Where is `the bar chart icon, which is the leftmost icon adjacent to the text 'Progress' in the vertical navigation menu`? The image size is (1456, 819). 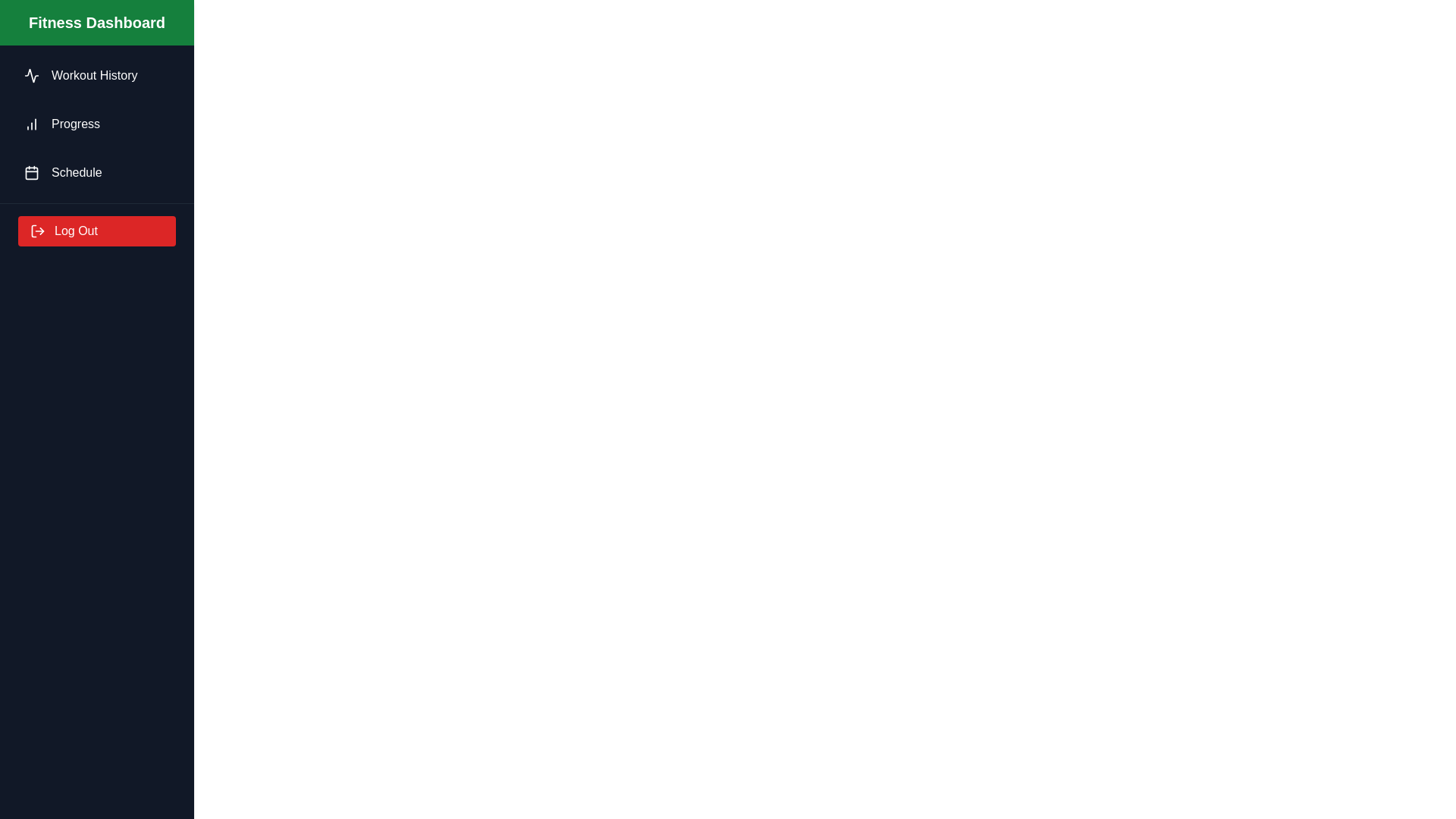 the bar chart icon, which is the leftmost icon adjacent to the text 'Progress' in the vertical navigation menu is located at coordinates (32, 124).